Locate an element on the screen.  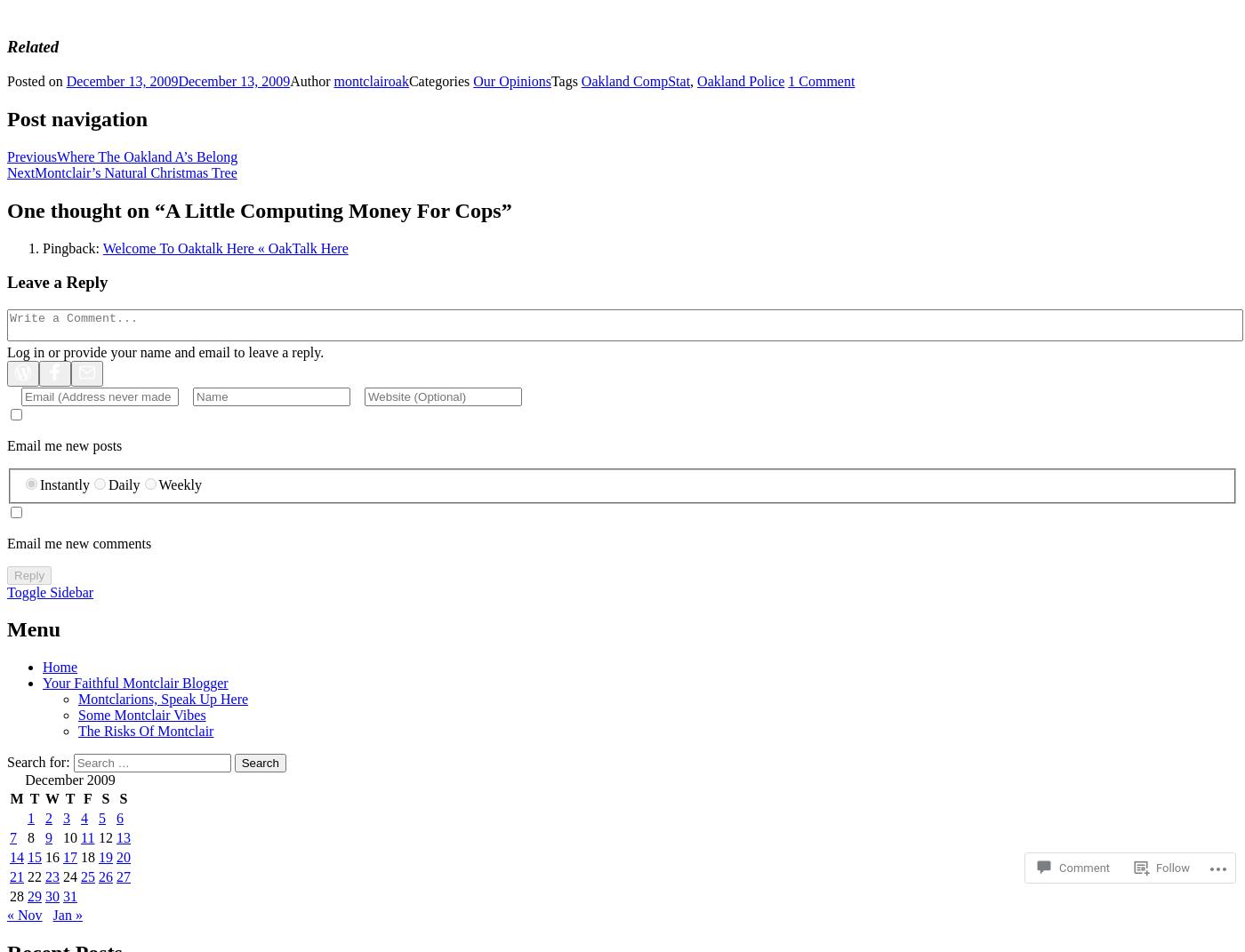
'6' is located at coordinates (119, 817).